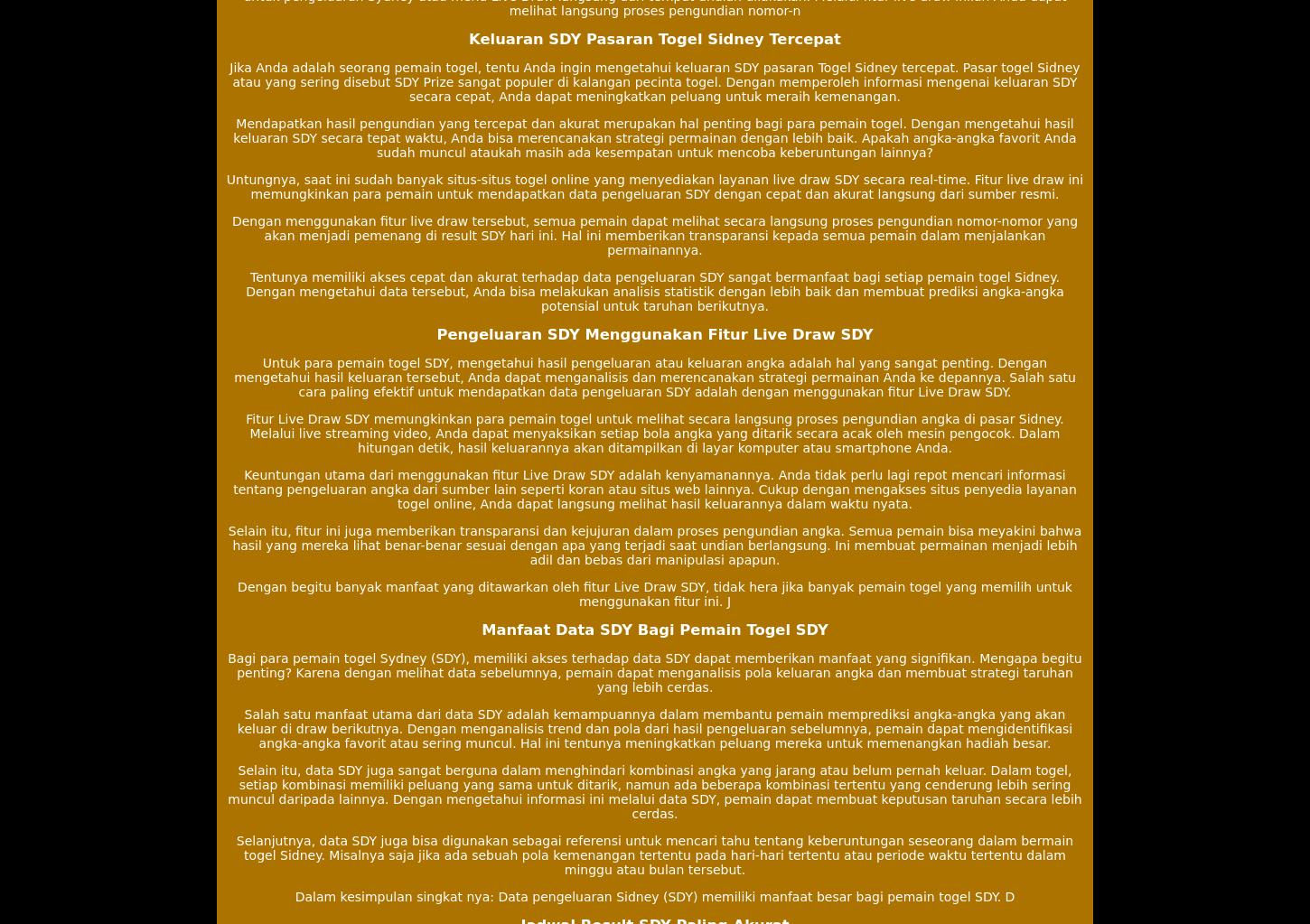 This screenshot has height=924, width=1310. Describe the element at coordinates (435, 332) in the screenshot. I see `'Pengeluaran SDY Menggunakan Fitur Live Draw SDY'` at that location.